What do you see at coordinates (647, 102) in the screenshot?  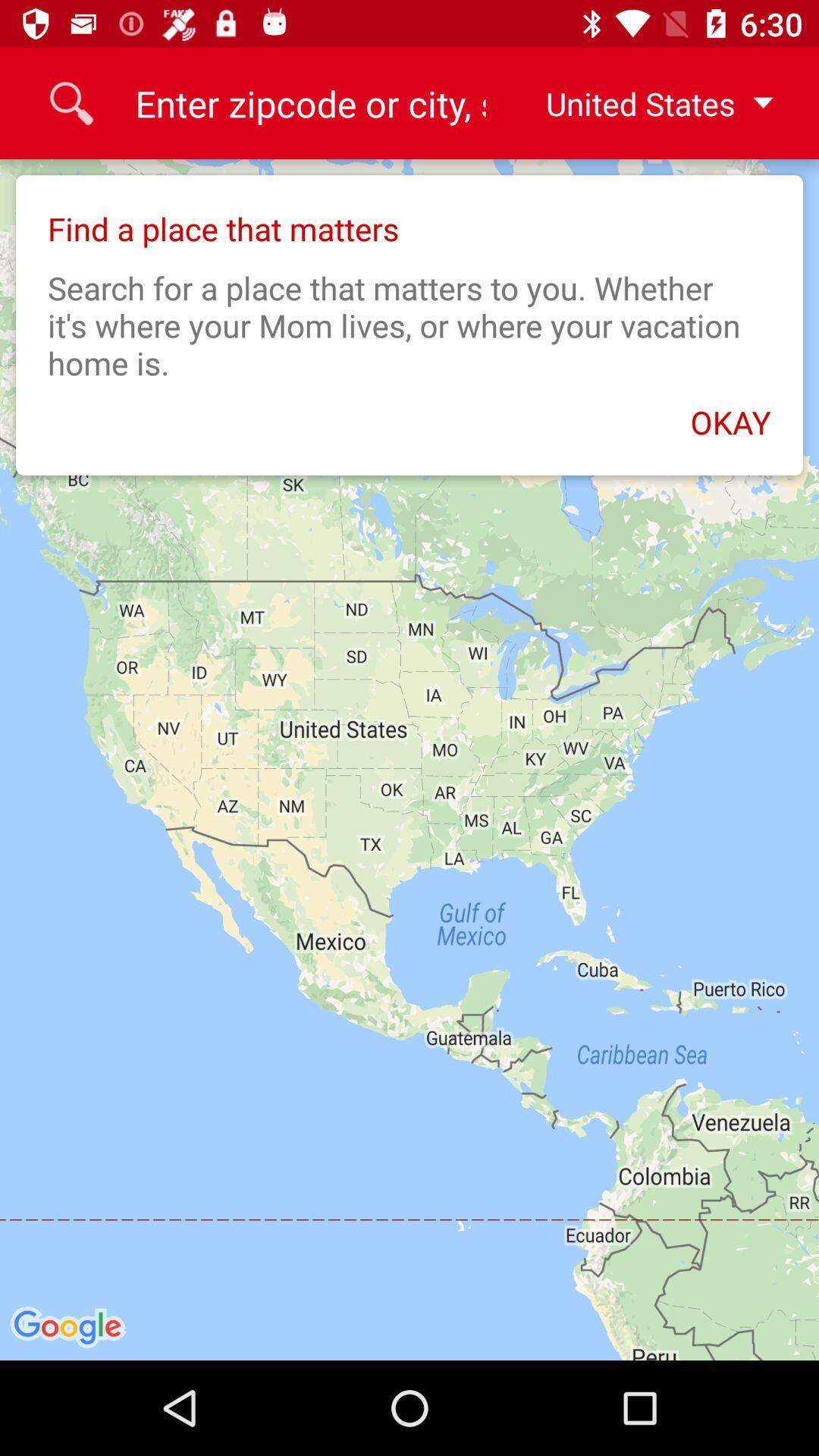 I see `the united states` at bounding box center [647, 102].